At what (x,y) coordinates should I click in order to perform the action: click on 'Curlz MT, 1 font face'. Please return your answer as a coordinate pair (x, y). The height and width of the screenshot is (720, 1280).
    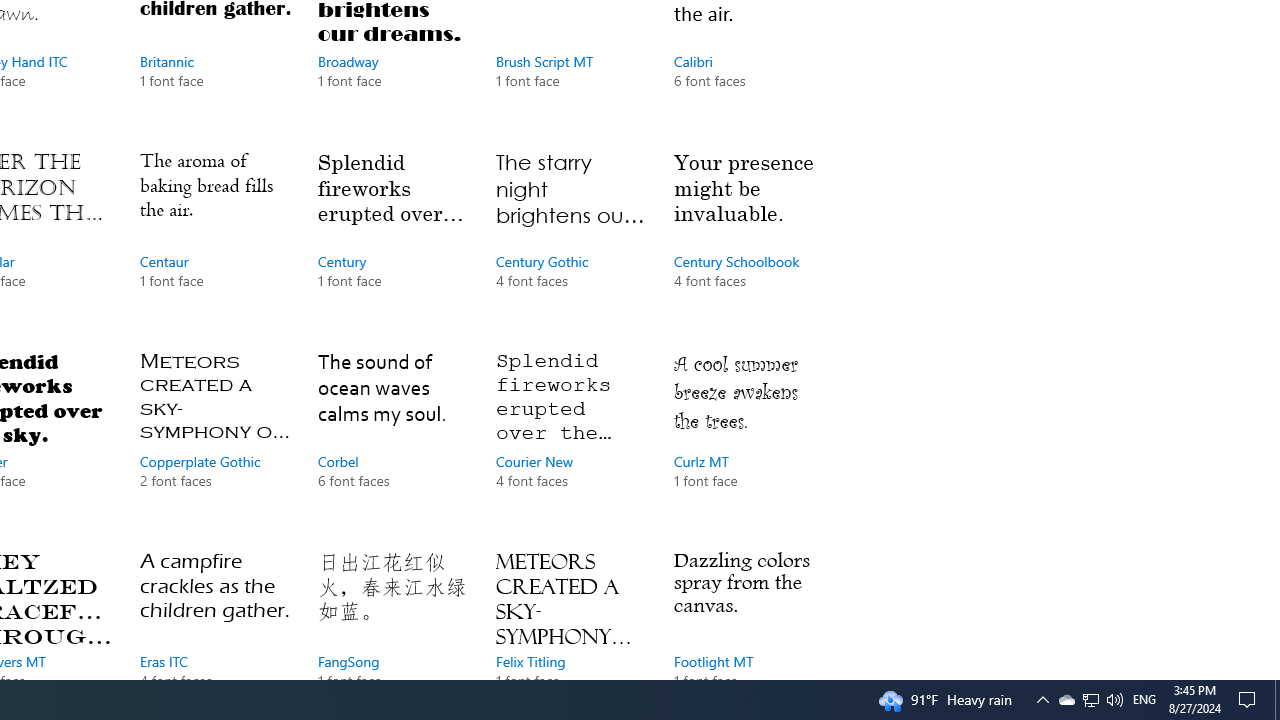
    Looking at the image, I should click on (747, 438).